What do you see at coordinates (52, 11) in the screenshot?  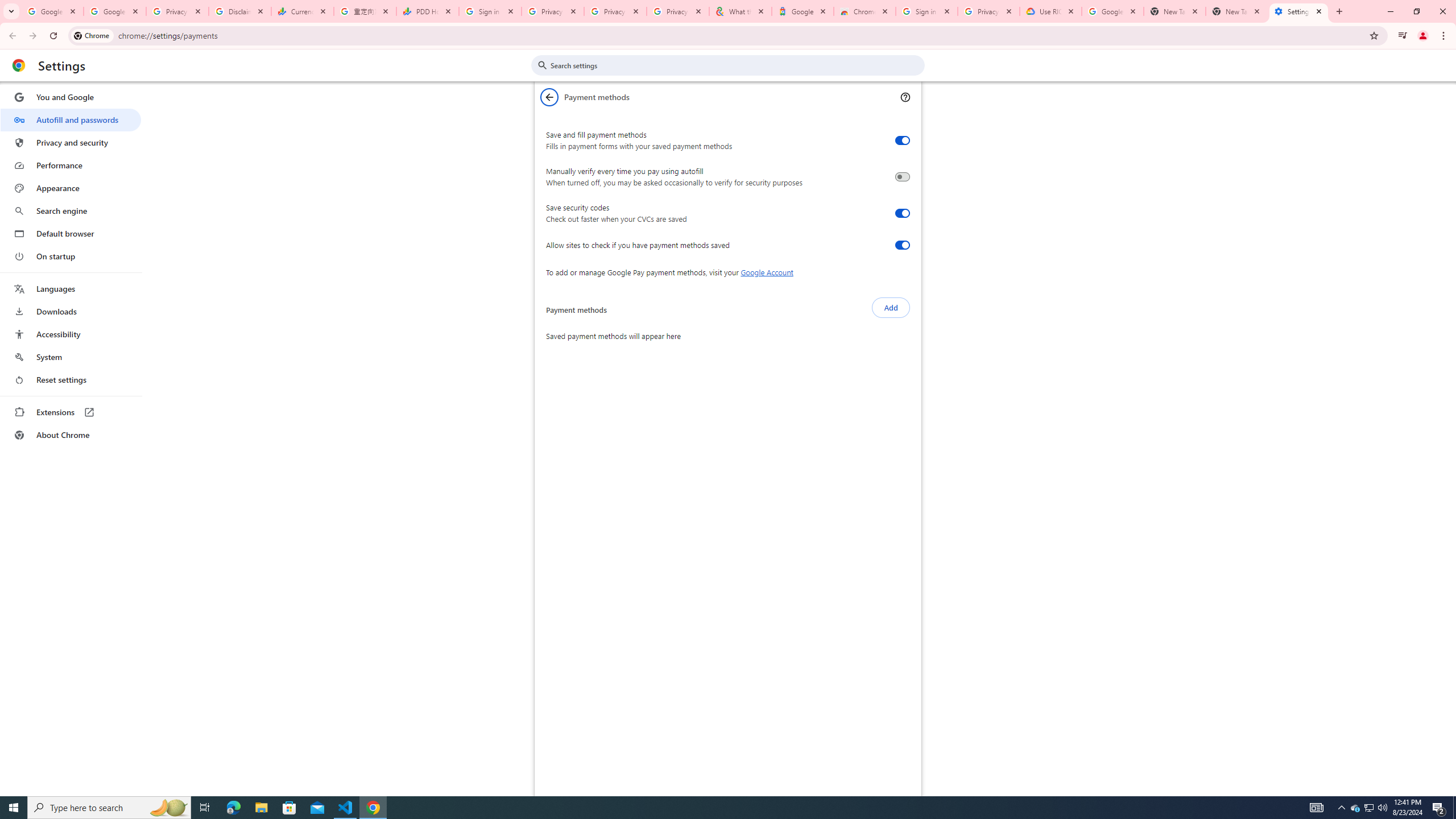 I see `'Google Workspace Admin Community'` at bounding box center [52, 11].